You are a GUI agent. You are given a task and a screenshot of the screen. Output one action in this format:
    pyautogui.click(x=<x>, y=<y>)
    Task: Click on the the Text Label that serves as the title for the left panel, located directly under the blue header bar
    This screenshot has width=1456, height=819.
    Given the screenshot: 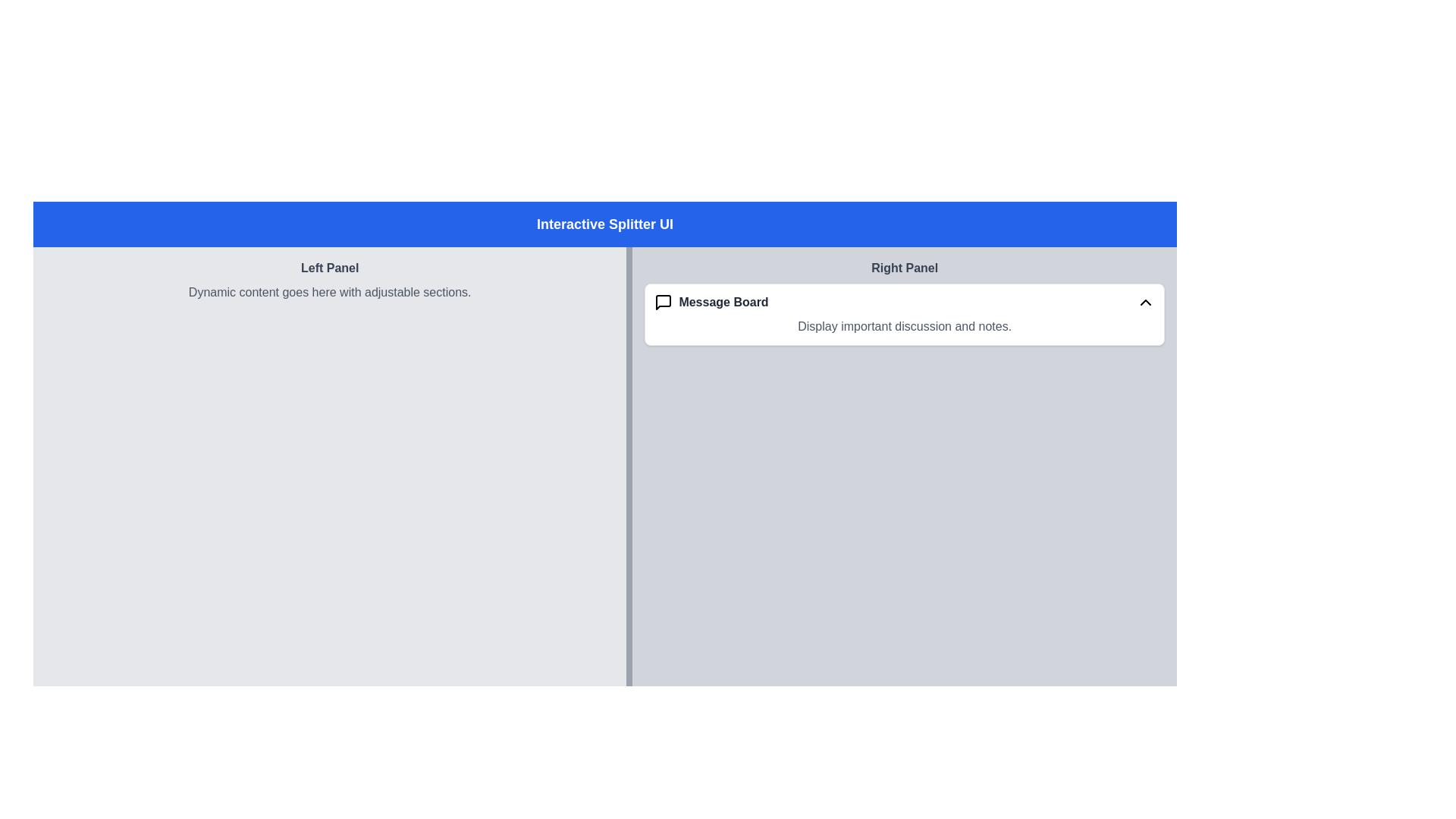 What is the action you would take?
    pyautogui.click(x=329, y=268)
    